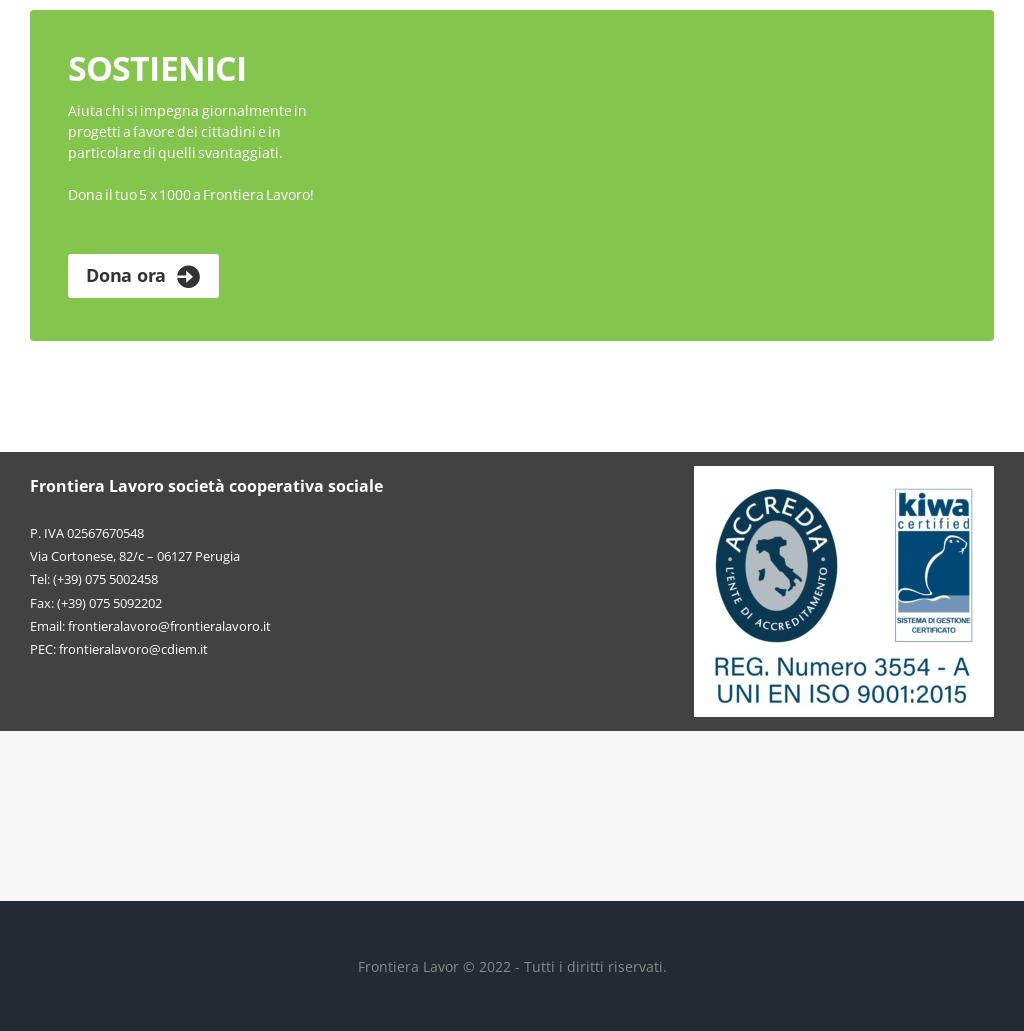  Describe the element at coordinates (43, 647) in the screenshot. I see `'PEC:'` at that location.